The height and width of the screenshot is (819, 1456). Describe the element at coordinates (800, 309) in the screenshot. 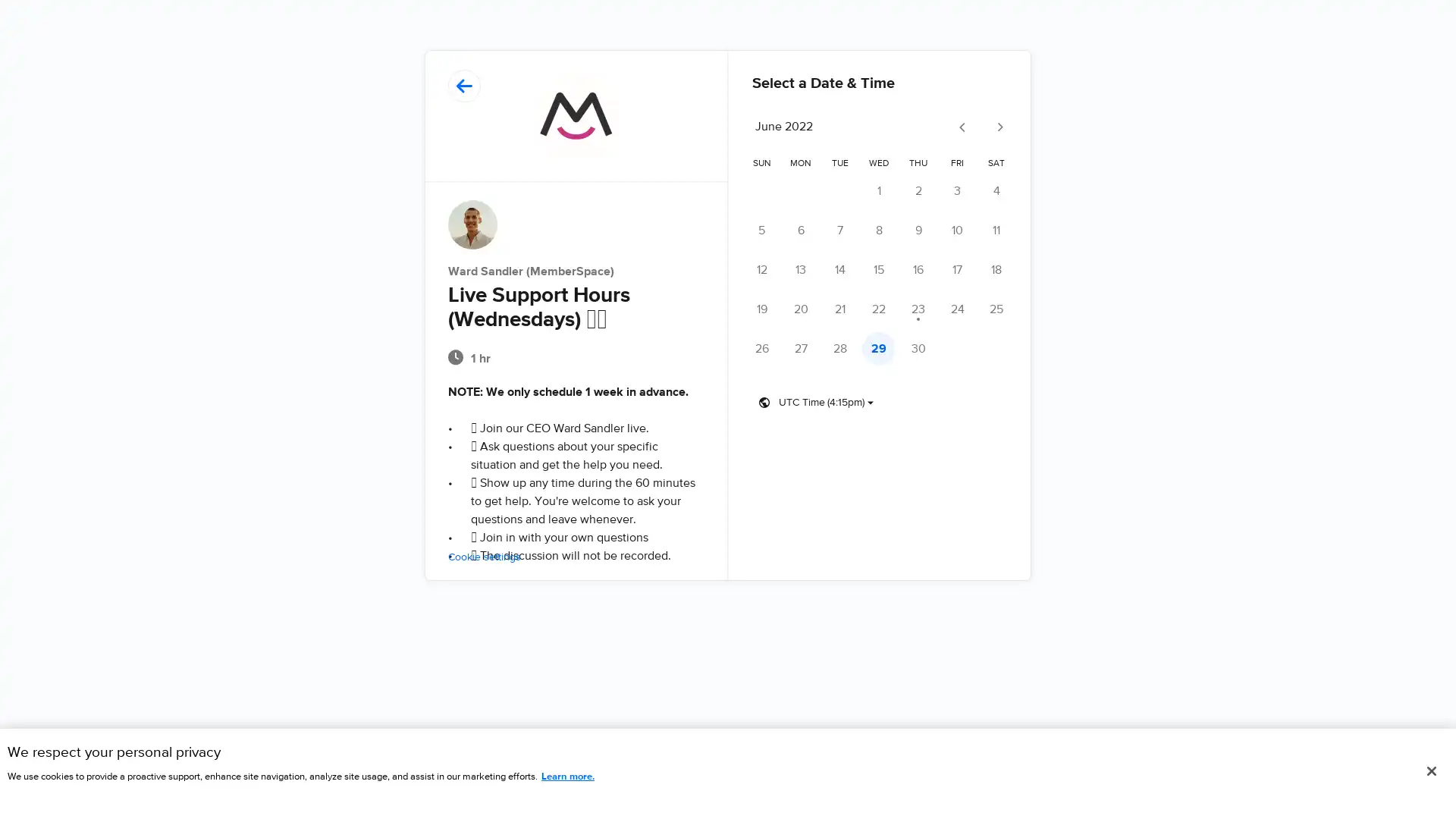

I see `Monday, June 20 - No times available` at that location.